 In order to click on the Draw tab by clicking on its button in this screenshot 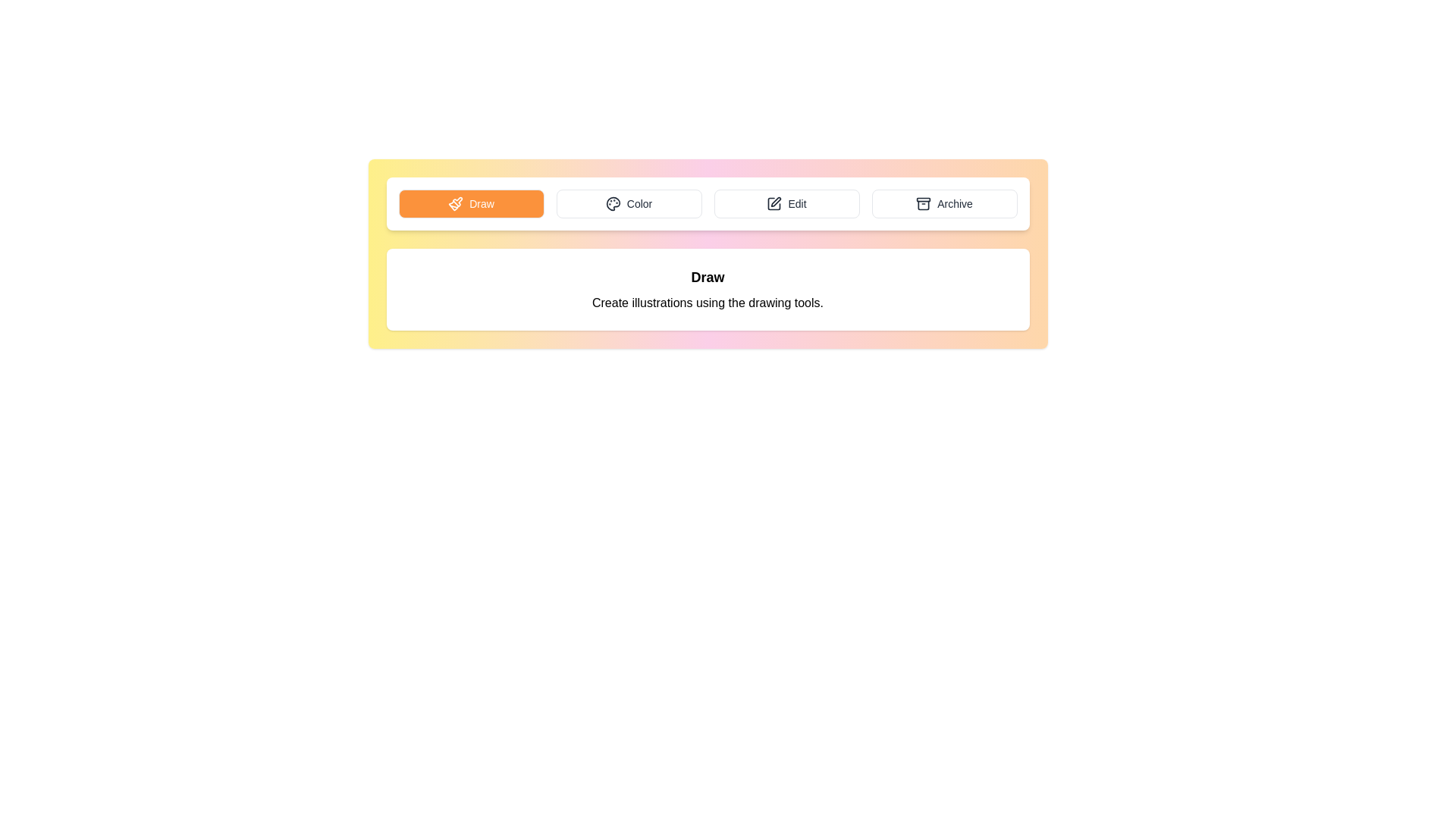, I will do `click(470, 203)`.